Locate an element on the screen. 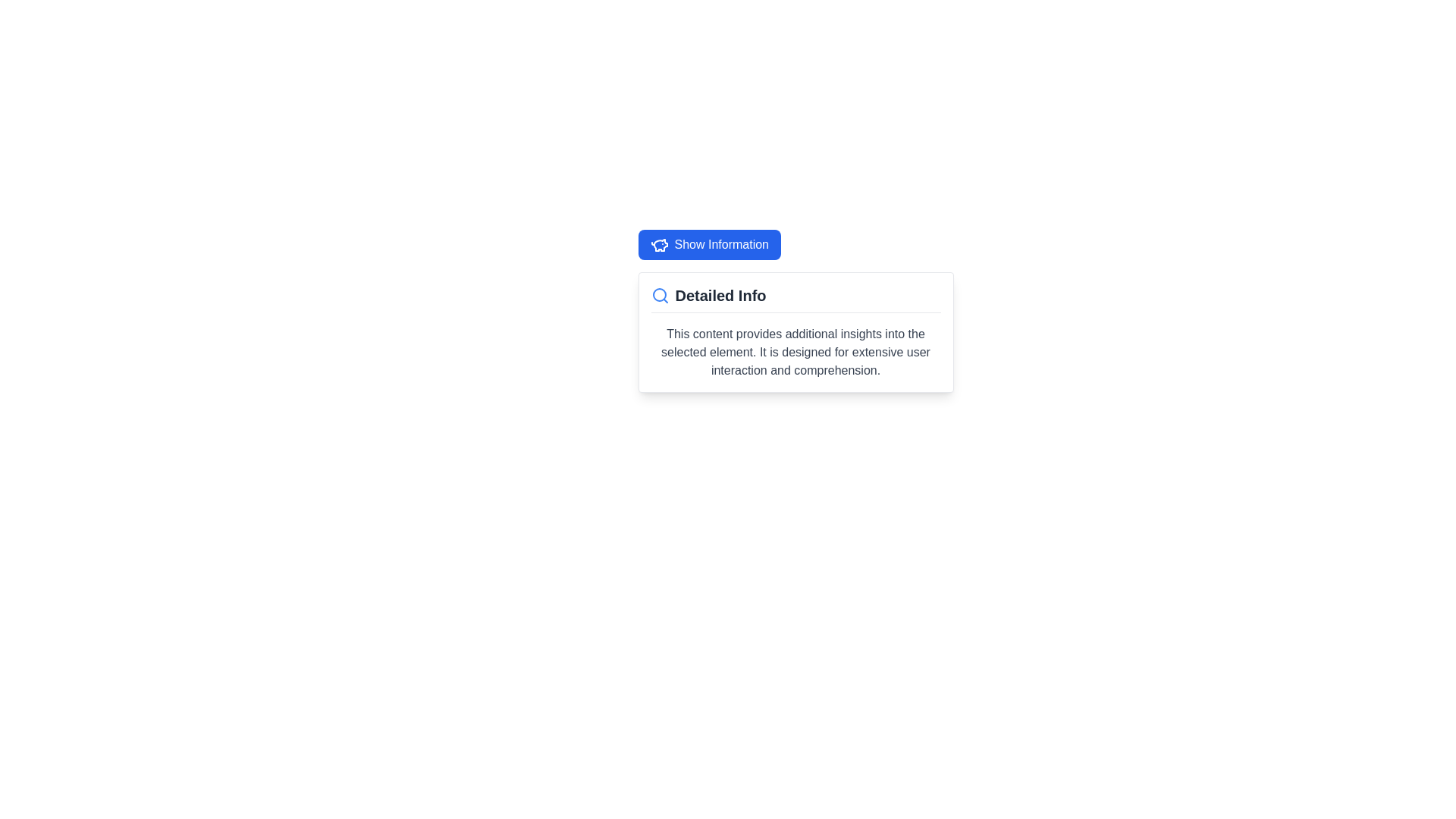 The image size is (1456, 819). the 'Show Information' button is located at coordinates (708, 244).